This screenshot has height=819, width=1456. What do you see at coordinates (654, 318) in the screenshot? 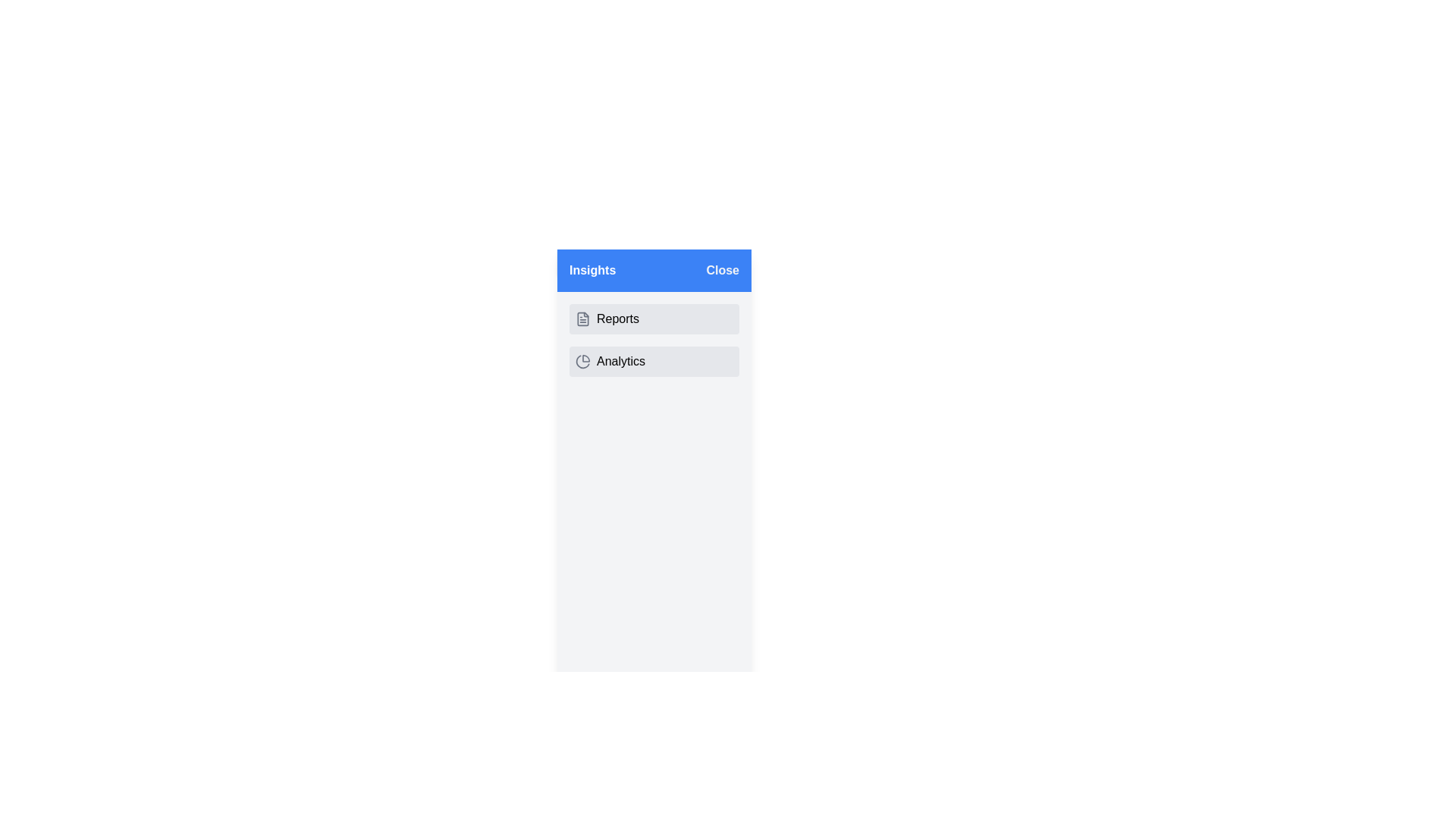
I see `the 'Reports' menu item located as the first item in the vertical stack of the menu` at bounding box center [654, 318].